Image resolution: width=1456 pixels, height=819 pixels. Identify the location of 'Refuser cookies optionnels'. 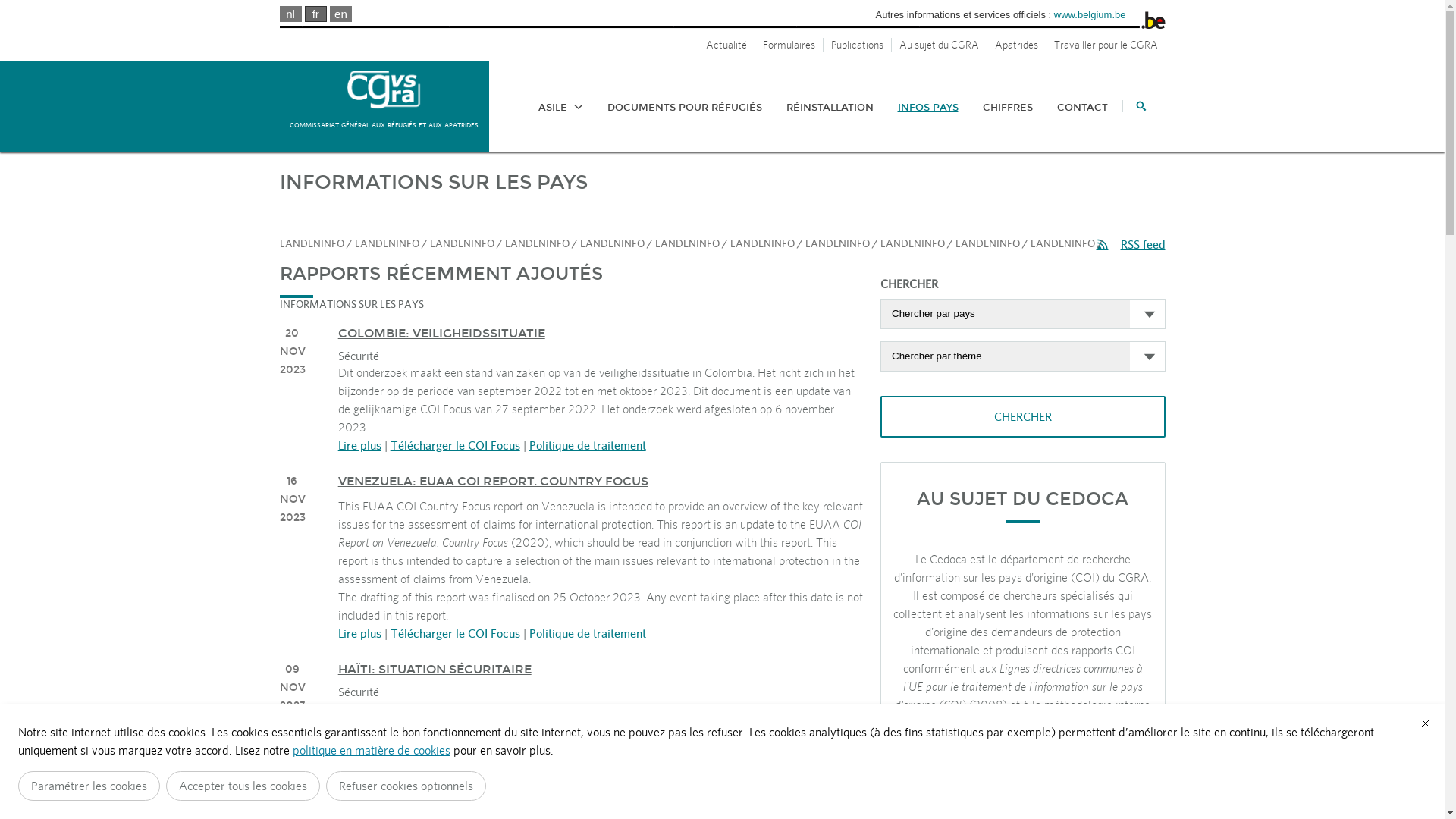
(406, 785).